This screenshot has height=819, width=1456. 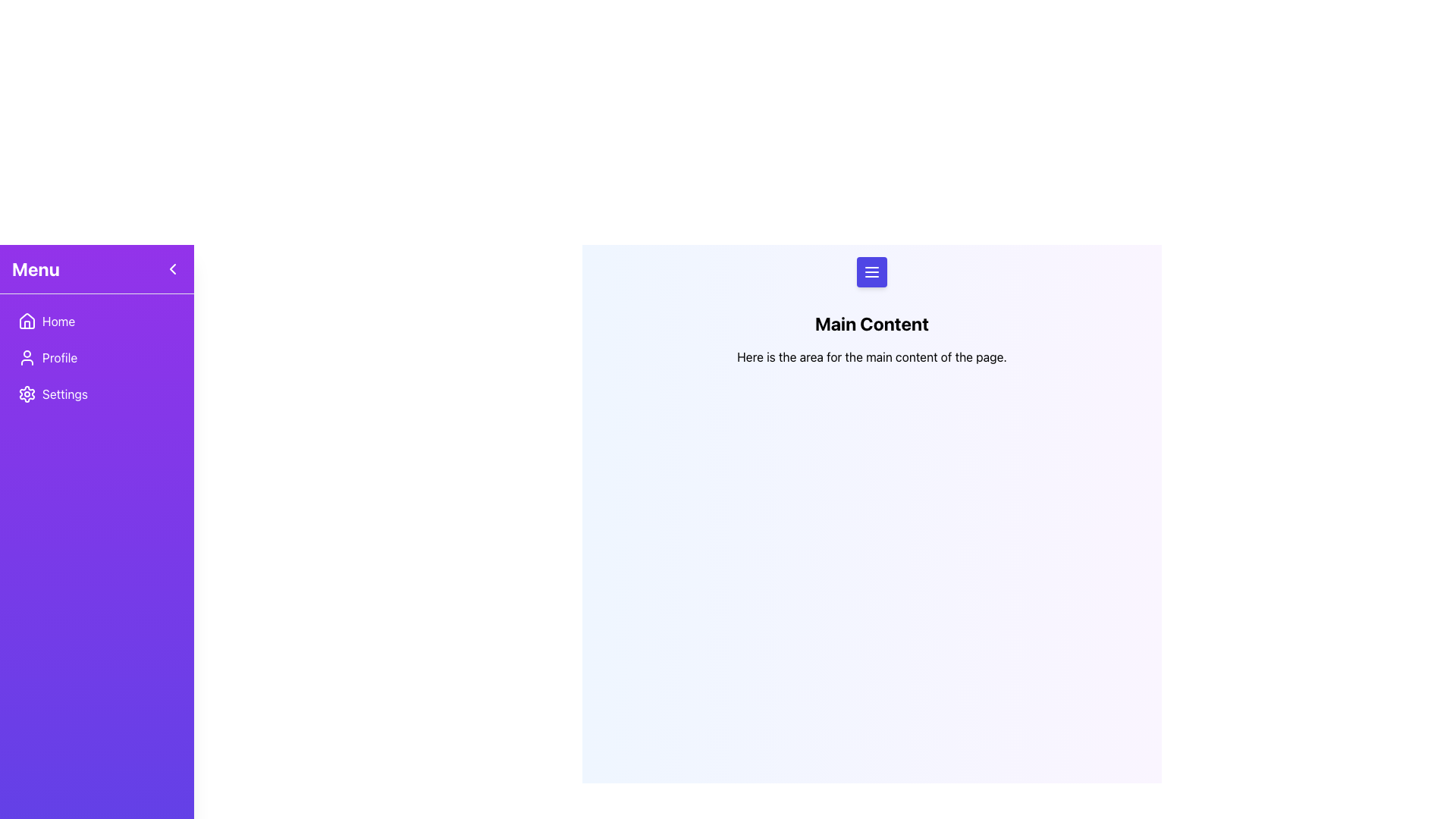 I want to click on text 'Menu' from the bold, large-sized, white font Text Label located in the purple header of the sidebar interface panel, so click(x=36, y=268).